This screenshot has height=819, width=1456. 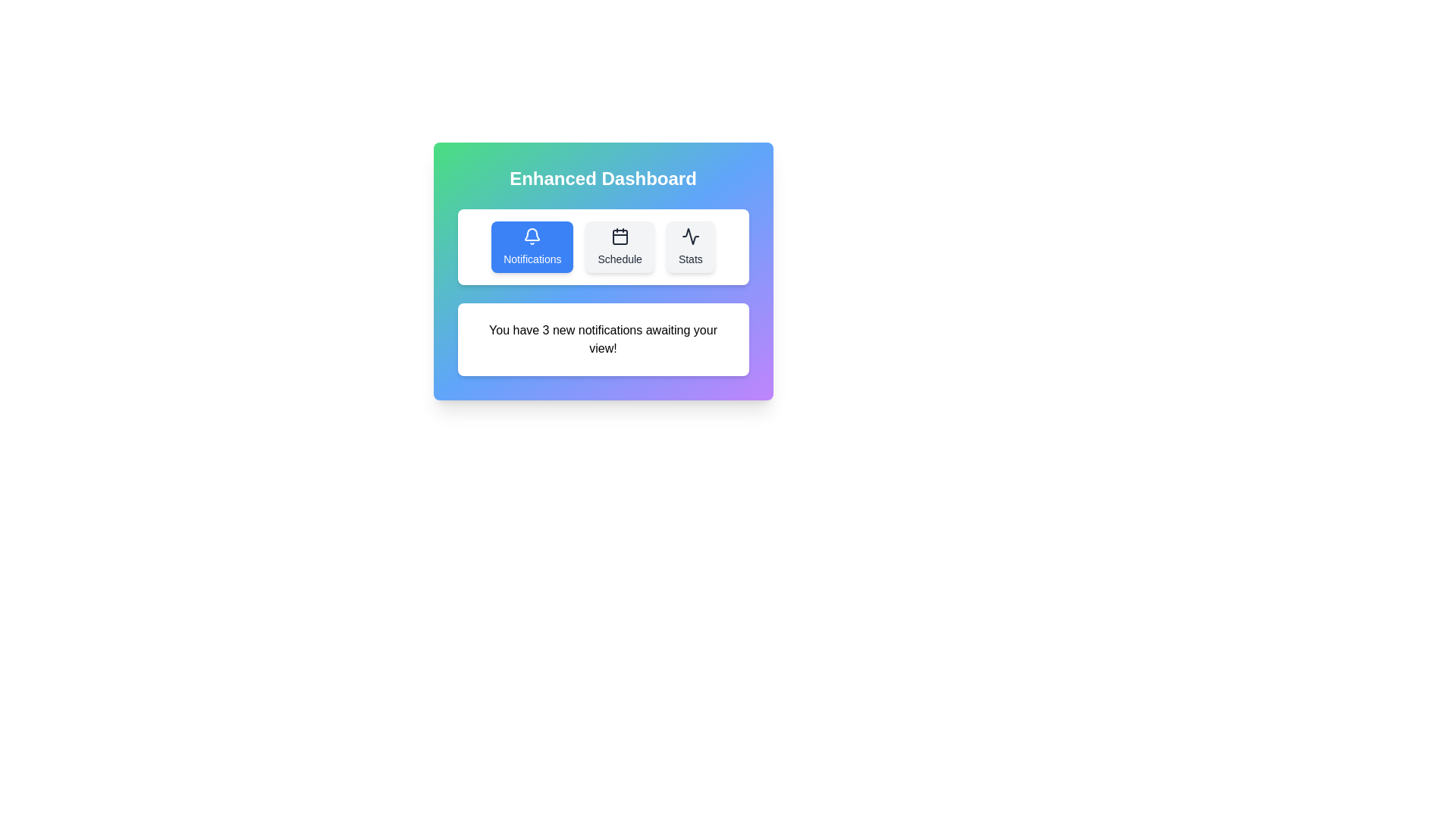 What do you see at coordinates (620, 237) in the screenshot?
I see `the 'Schedule' button, which is represented by an icon for managing or viewing schedules and is located in the middle of three horizontal buttons below the 'Enhanced Dashboard' title` at bounding box center [620, 237].